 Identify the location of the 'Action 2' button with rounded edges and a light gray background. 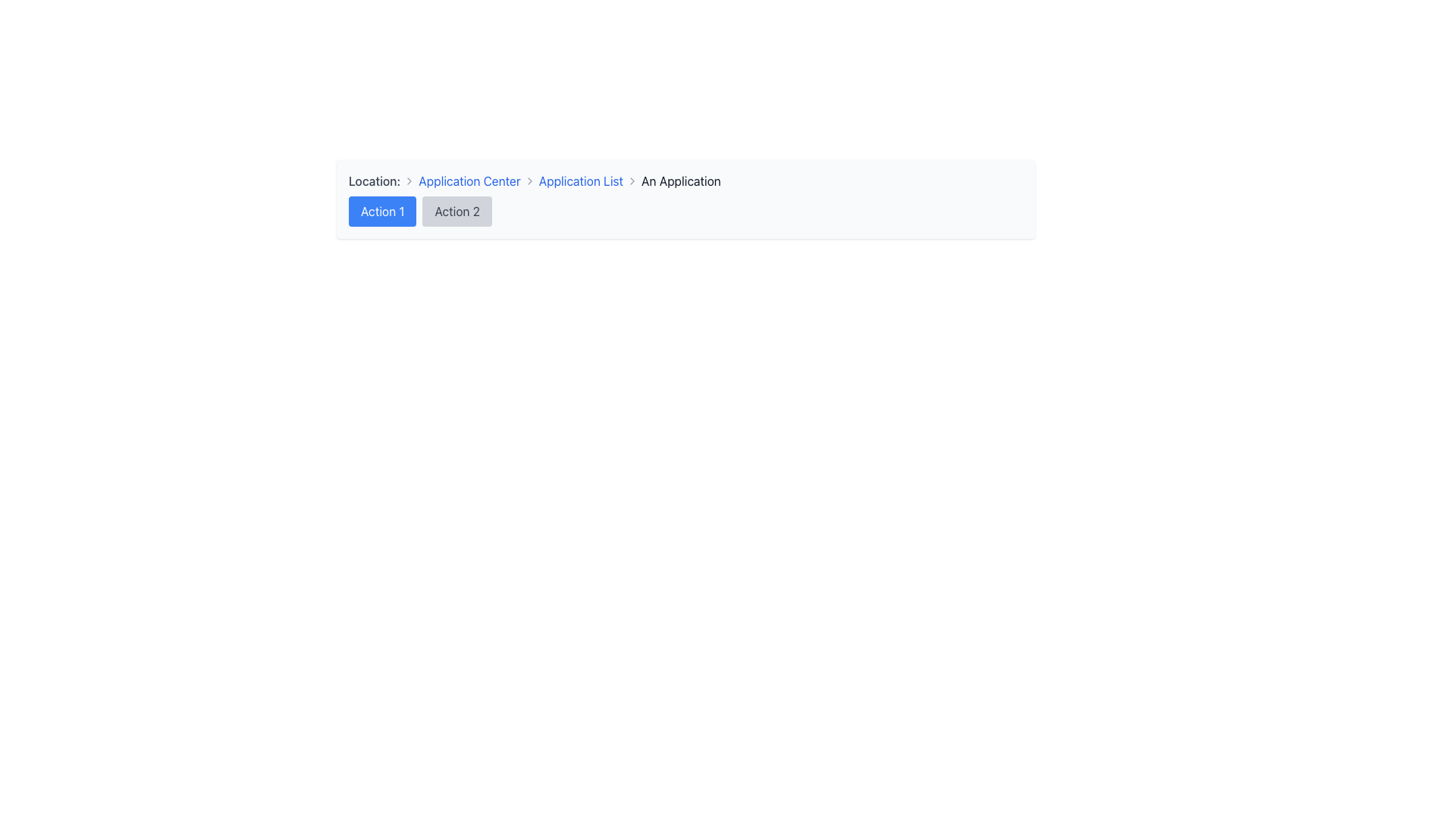
(457, 211).